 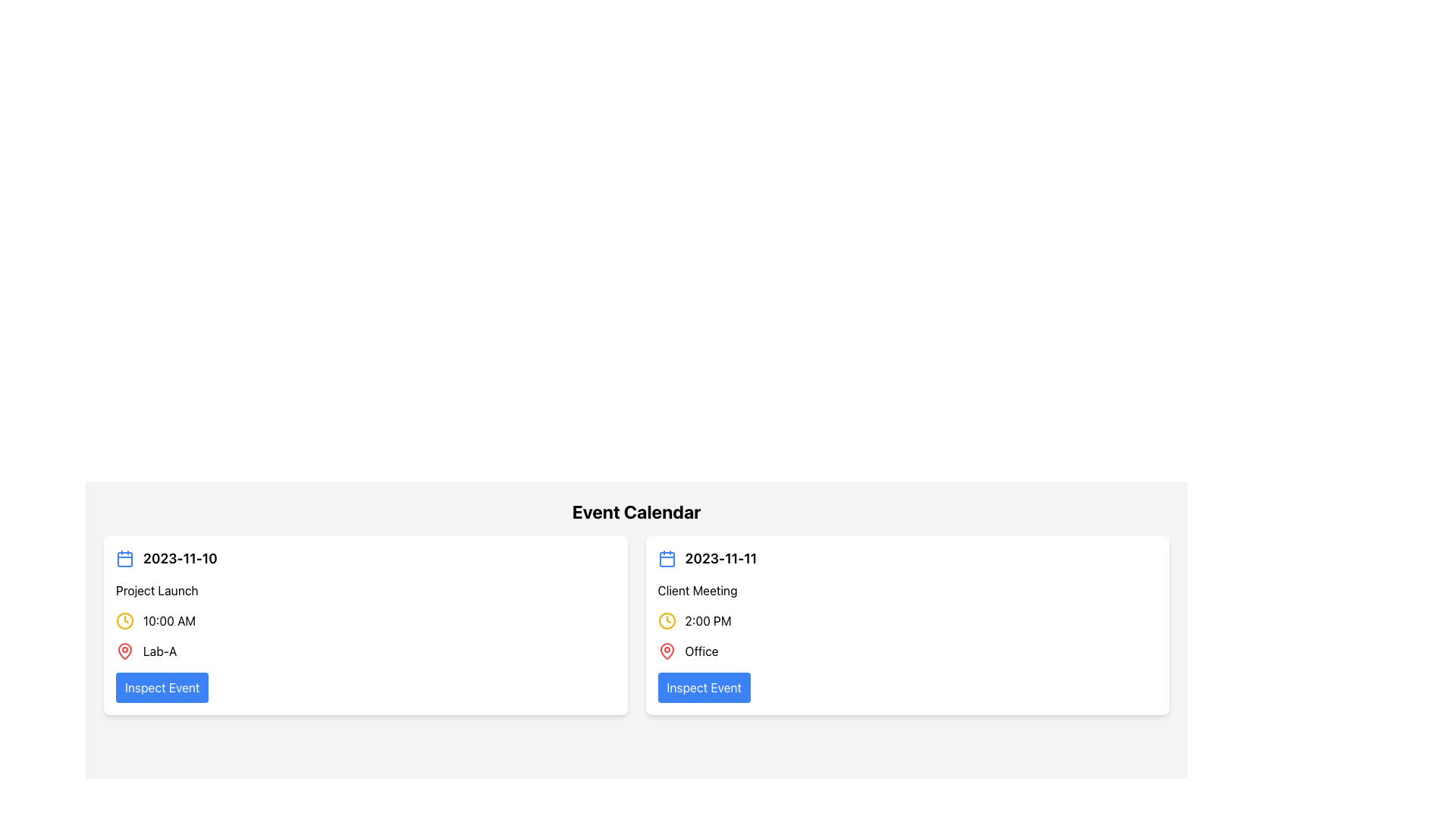 What do you see at coordinates (694, 620) in the screenshot?
I see `scheduled time displayed in the Time Label with Icon for the 'Client Meeting' event, located in the second row of the event details card` at bounding box center [694, 620].